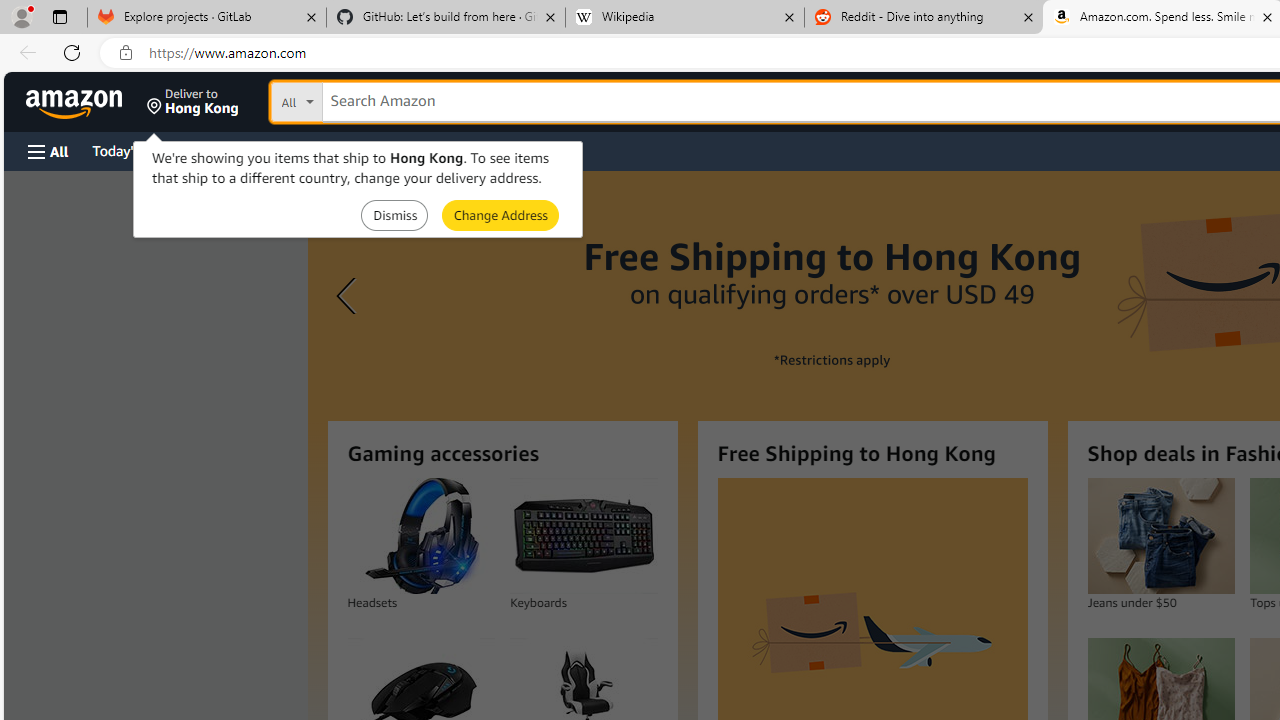 The image size is (1280, 720). I want to click on 'Previous slide', so click(349, 296).